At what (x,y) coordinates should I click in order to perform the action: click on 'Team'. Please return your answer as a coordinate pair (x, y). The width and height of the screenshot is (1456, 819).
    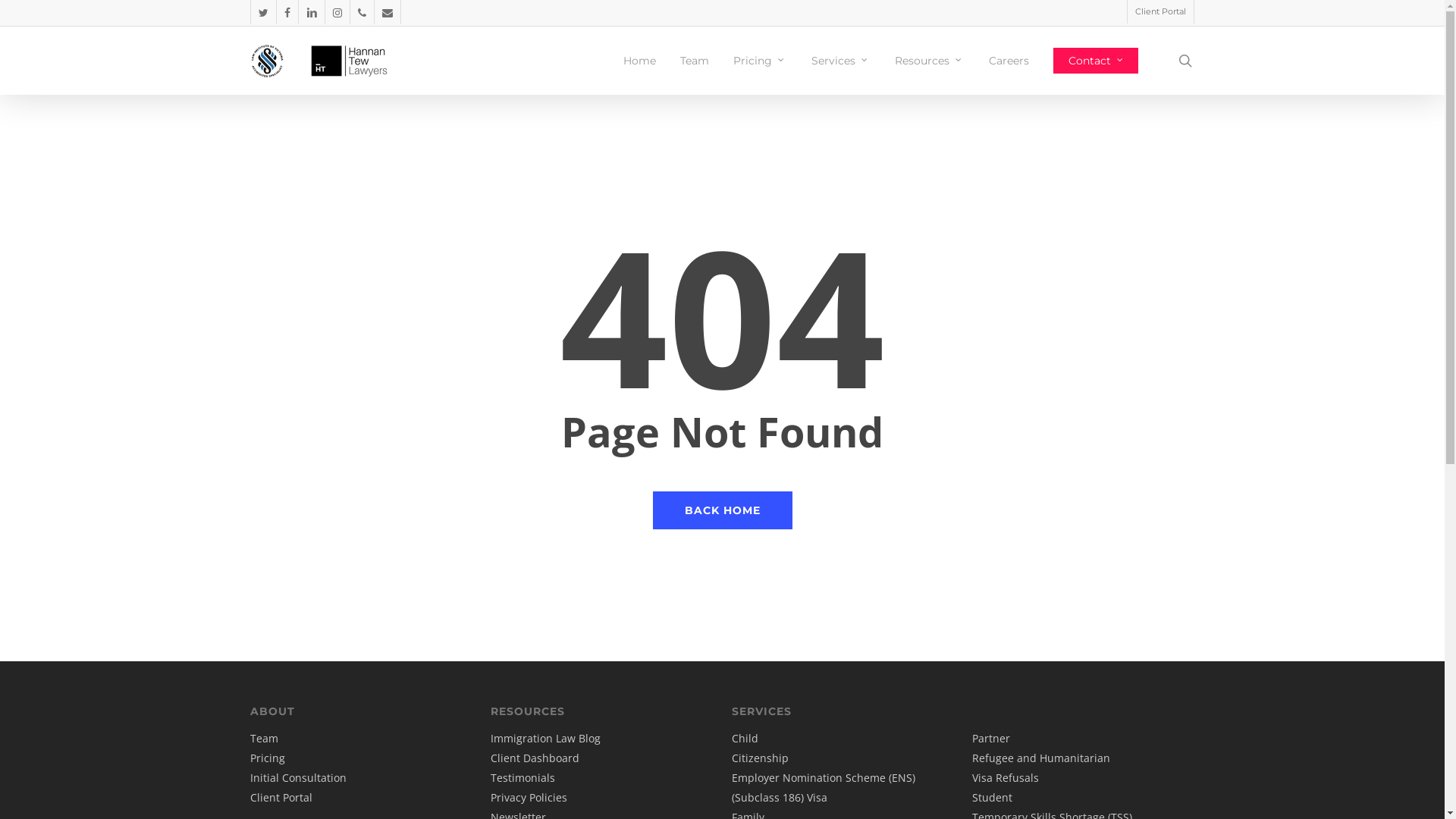
    Looking at the image, I should click on (264, 737).